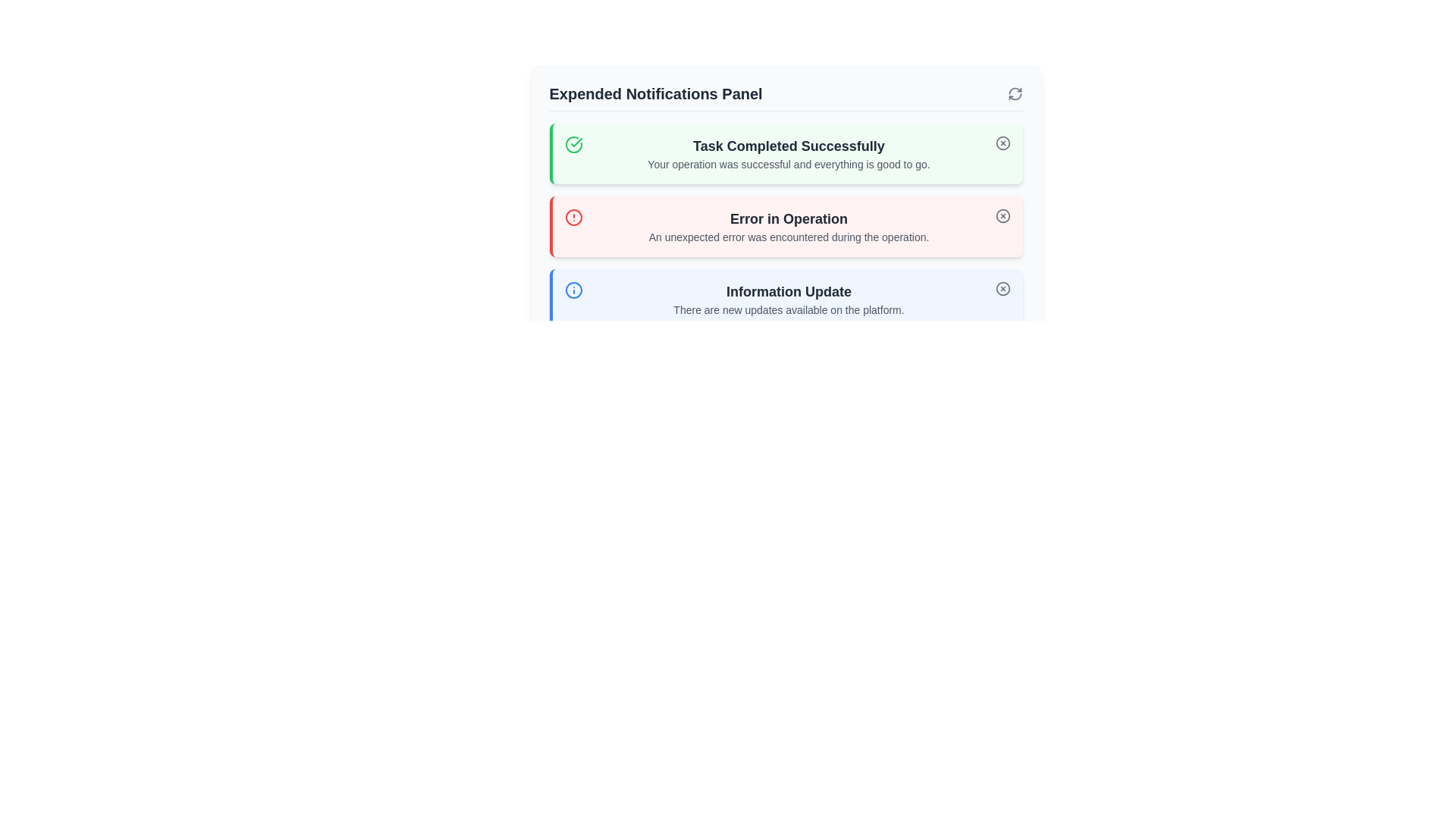 Image resolution: width=1456 pixels, height=819 pixels. I want to click on text label displaying 'An unexpected error was encountered during the operation.' which is styled in gray and located below the heading 'Error in Operation' inside a light red panel, so click(789, 237).